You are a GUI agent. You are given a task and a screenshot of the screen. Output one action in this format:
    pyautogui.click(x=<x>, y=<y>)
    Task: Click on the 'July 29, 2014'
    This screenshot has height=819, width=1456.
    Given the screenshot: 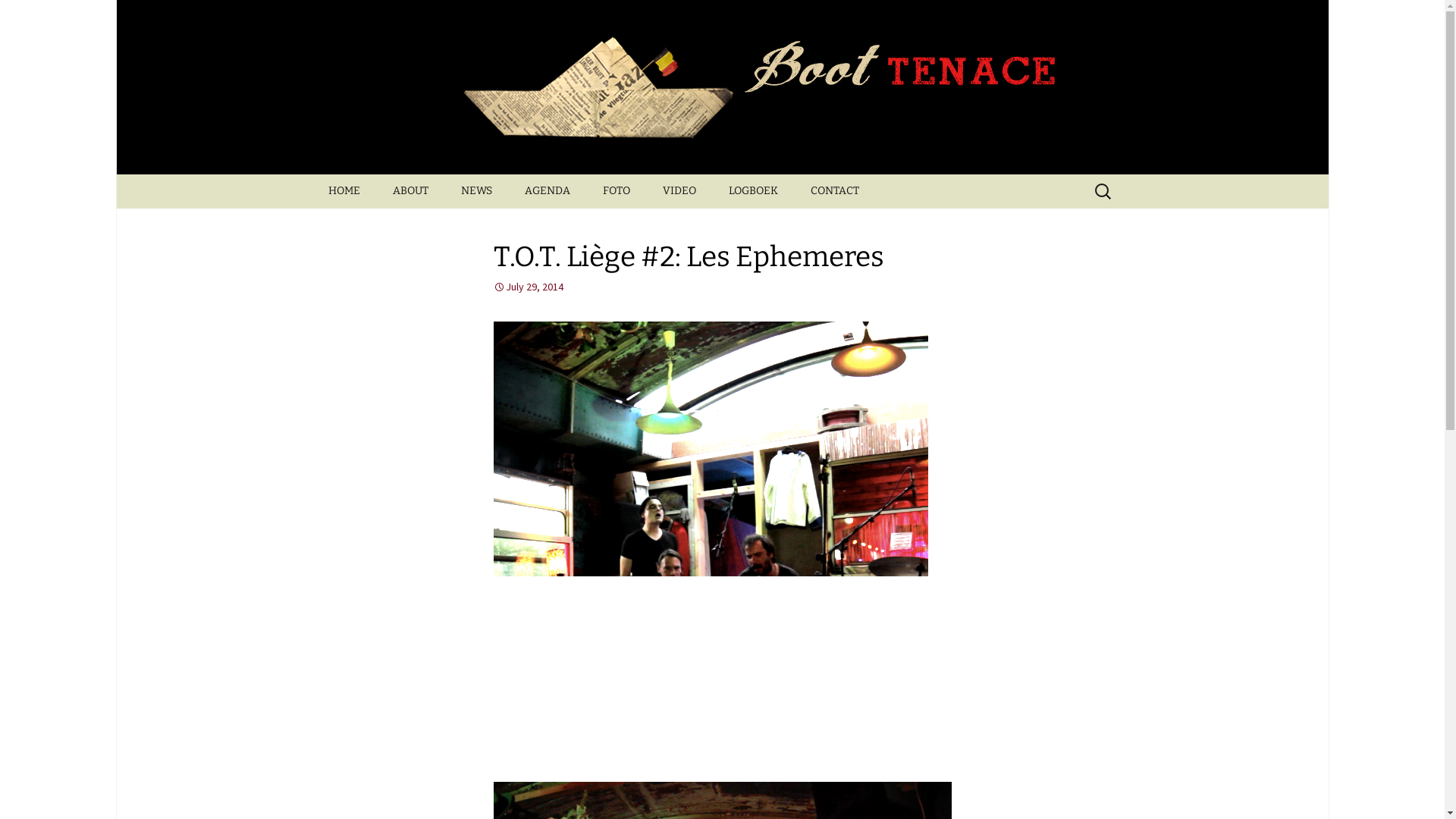 What is the action you would take?
    pyautogui.click(x=528, y=287)
    